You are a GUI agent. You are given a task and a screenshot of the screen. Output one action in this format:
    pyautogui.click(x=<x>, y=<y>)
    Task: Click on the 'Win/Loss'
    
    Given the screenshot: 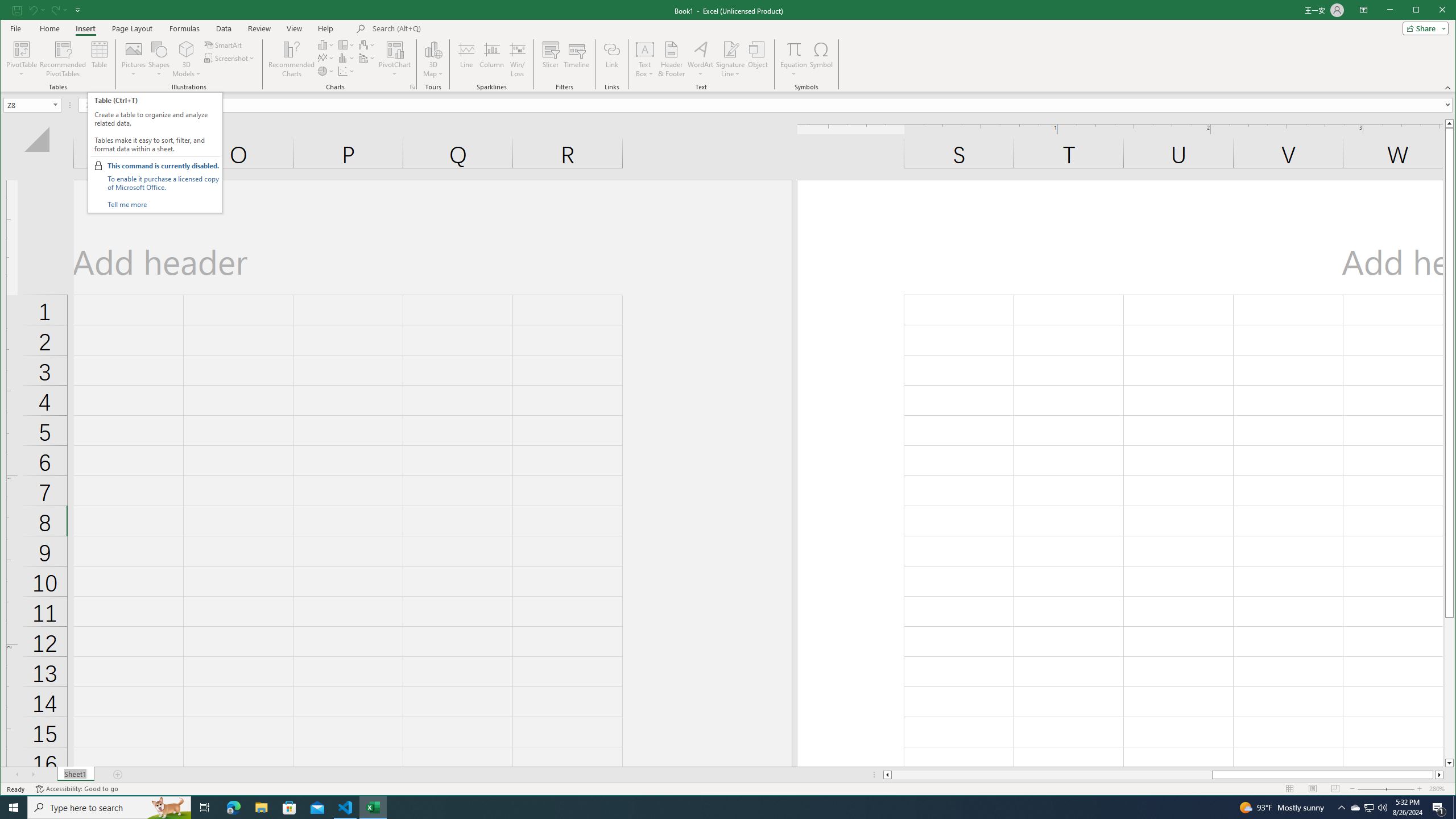 What is the action you would take?
    pyautogui.click(x=517, y=59)
    